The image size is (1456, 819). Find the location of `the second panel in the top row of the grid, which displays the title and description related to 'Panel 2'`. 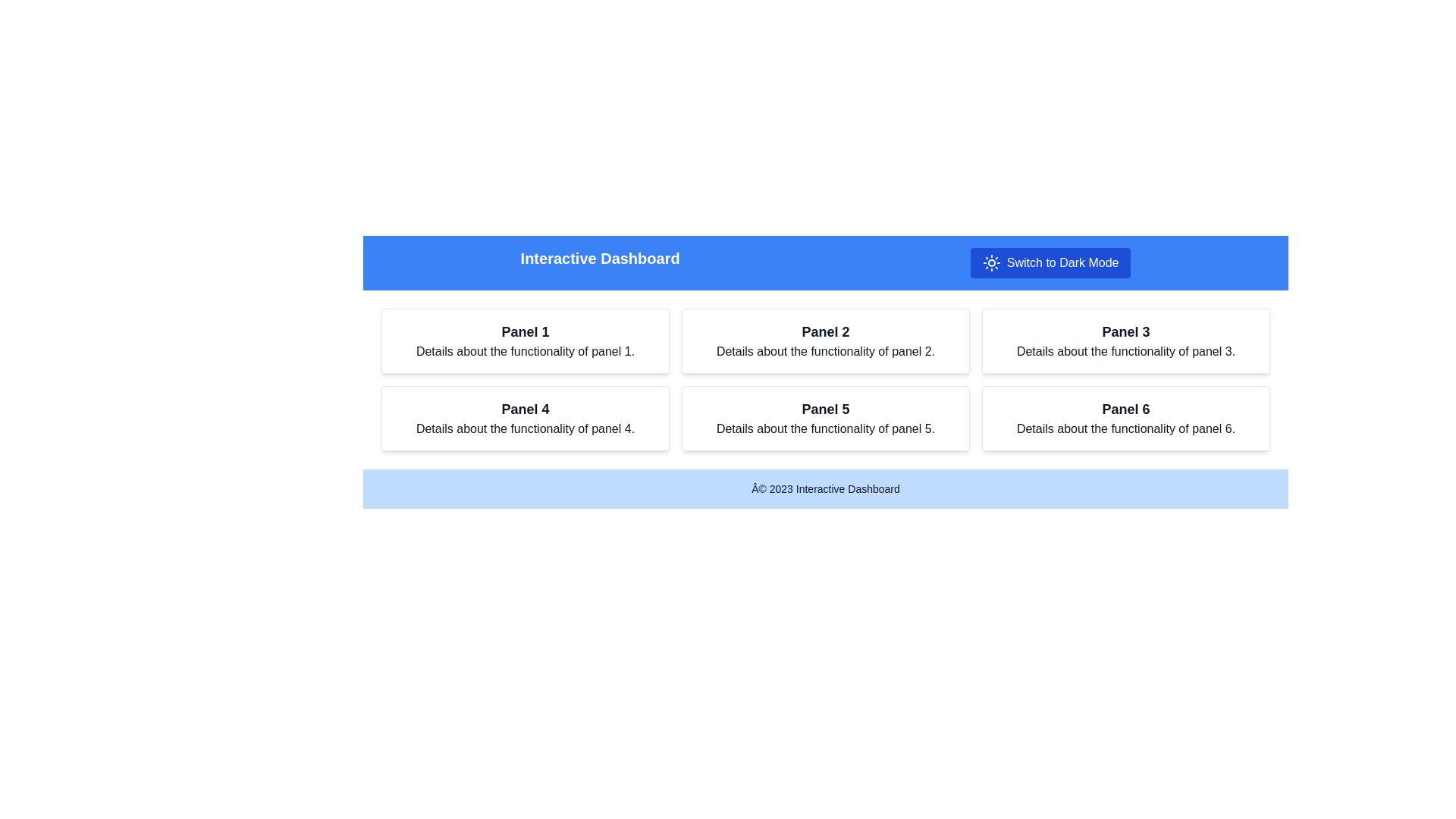

the second panel in the top row of the grid, which displays the title and description related to 'Panel 2' is located at coordinates (825, 341).